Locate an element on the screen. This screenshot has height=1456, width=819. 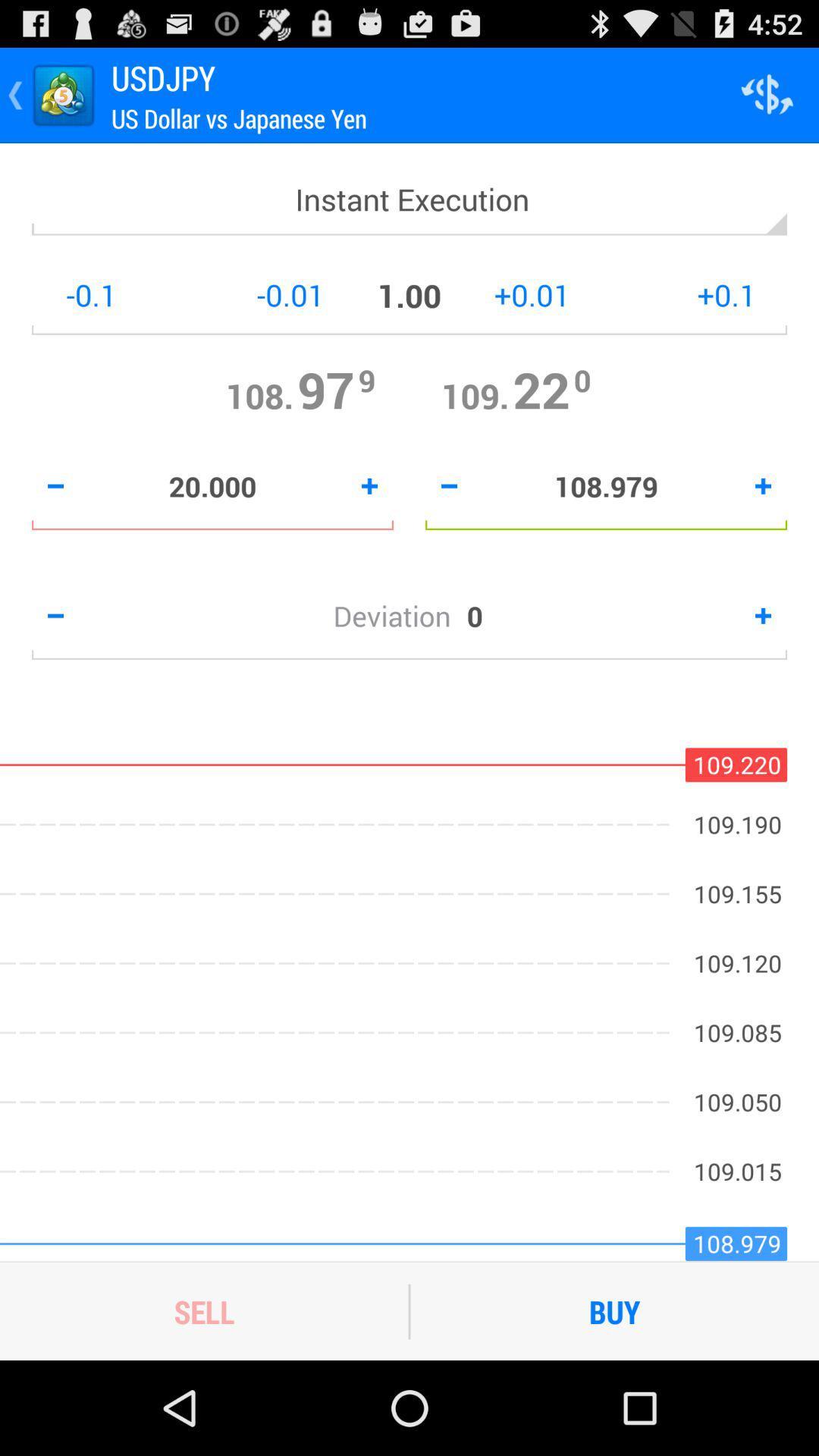
108.979 is located at coordinates (605, 486).